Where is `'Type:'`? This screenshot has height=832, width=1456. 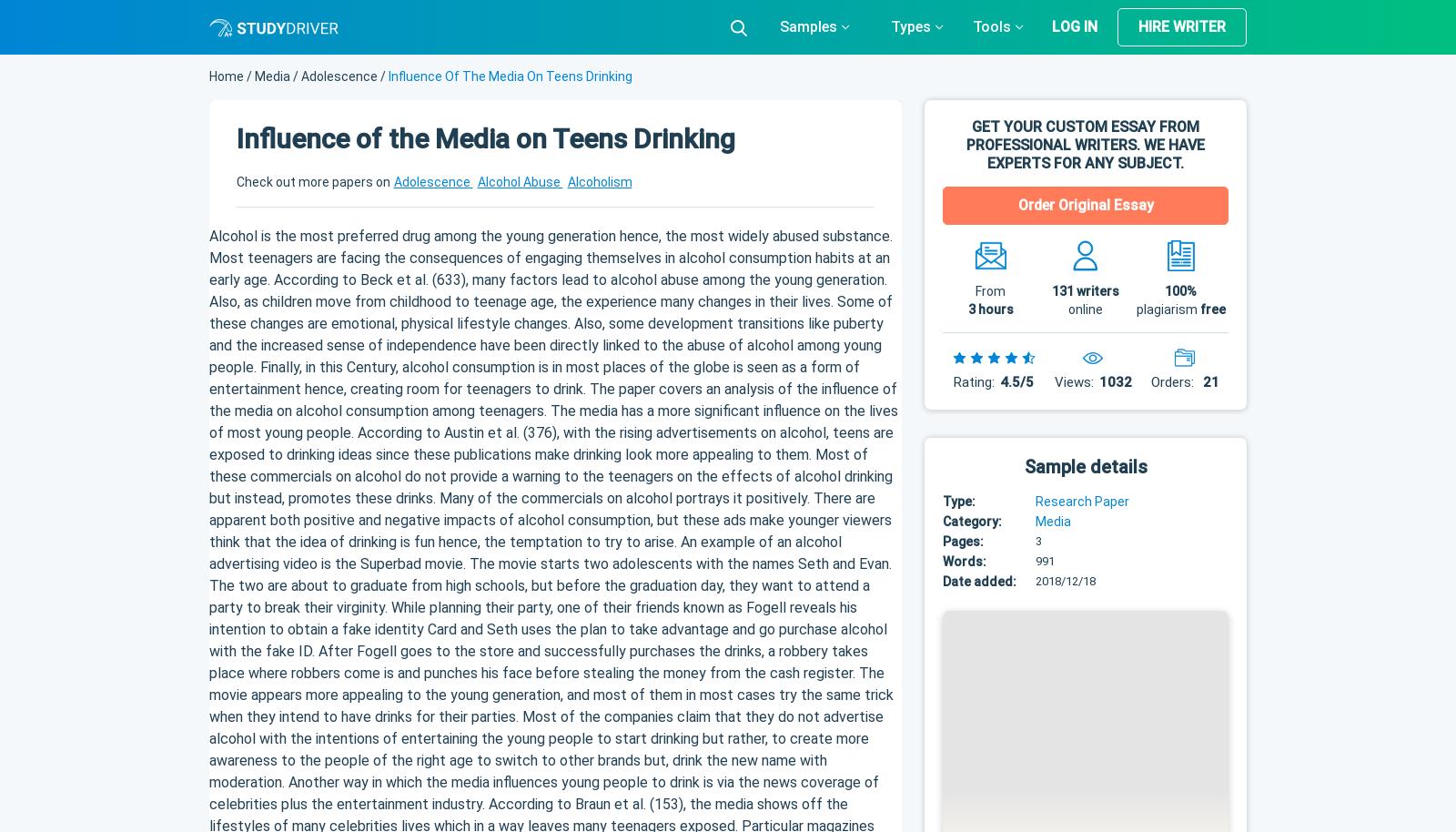 'Type:' is located at coordinates (958, 501).